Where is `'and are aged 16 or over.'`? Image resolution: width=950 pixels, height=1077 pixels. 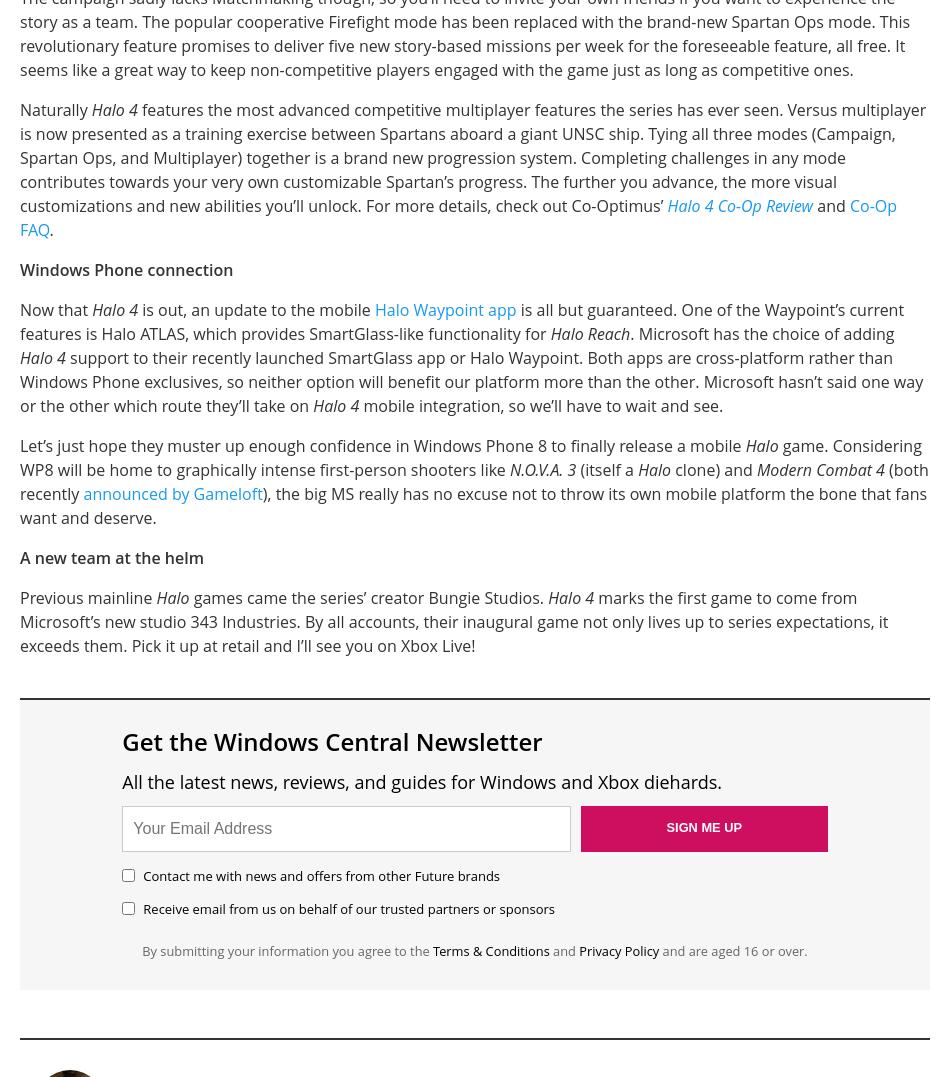
'and are aged 16 or over.' is located at coordinates (732, 949).